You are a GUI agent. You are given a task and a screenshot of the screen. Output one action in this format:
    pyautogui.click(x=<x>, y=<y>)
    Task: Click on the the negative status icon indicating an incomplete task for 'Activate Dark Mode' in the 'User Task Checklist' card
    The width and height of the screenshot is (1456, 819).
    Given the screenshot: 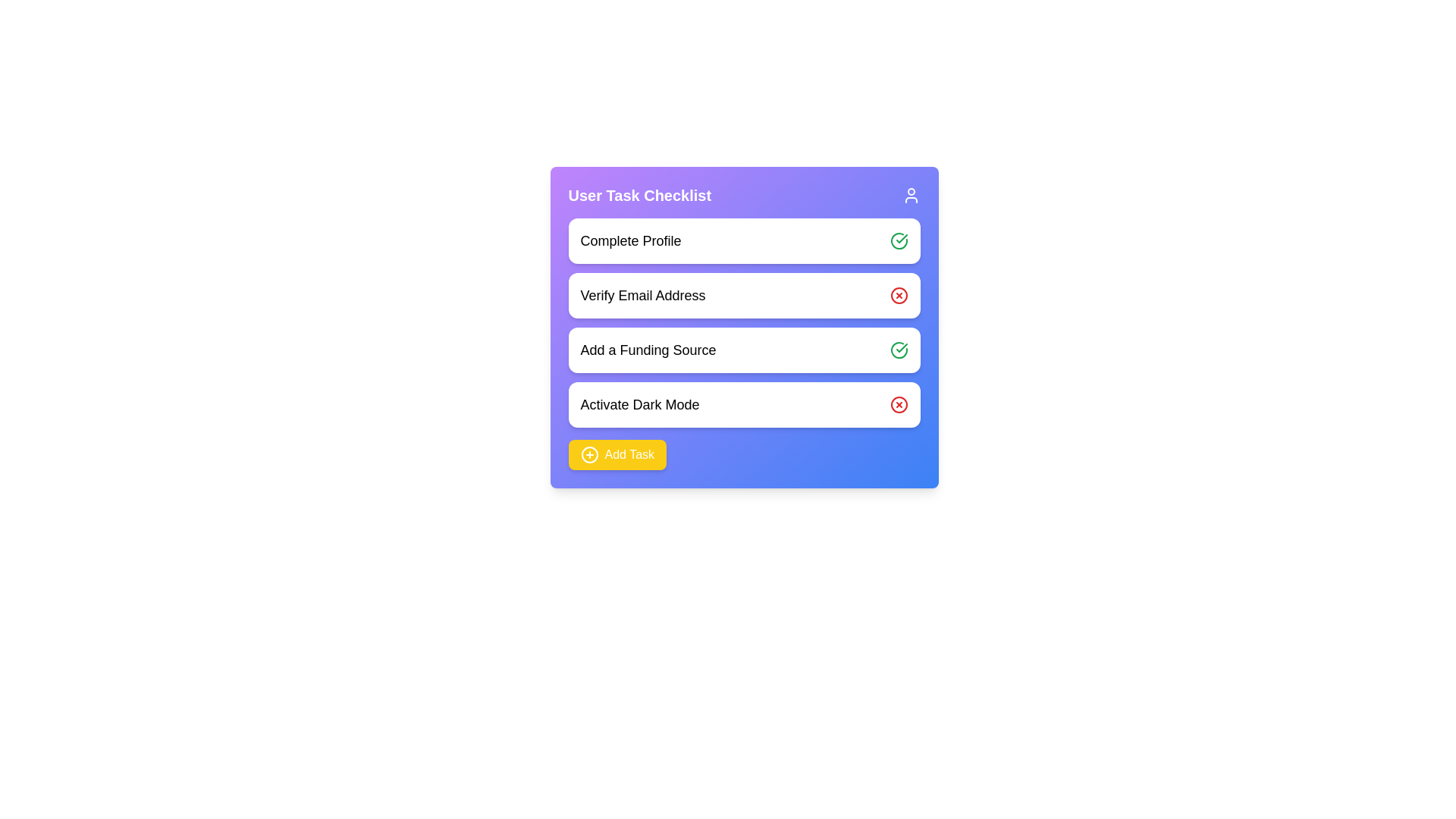 What is the action you would take?
    pyautogui.click(x=899, y=403)
    